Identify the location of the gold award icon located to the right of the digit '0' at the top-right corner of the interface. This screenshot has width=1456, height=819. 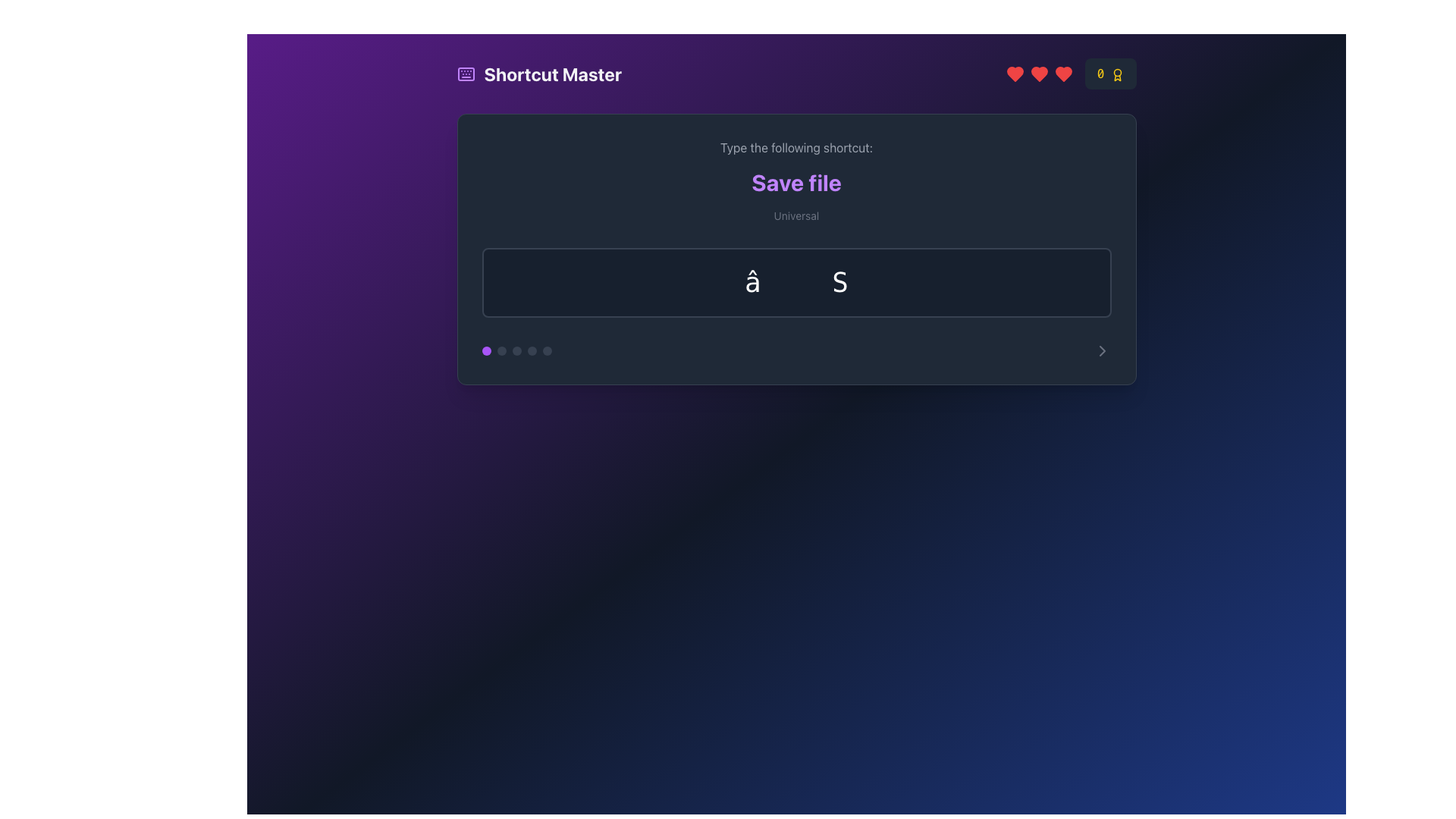
(1117, 74).